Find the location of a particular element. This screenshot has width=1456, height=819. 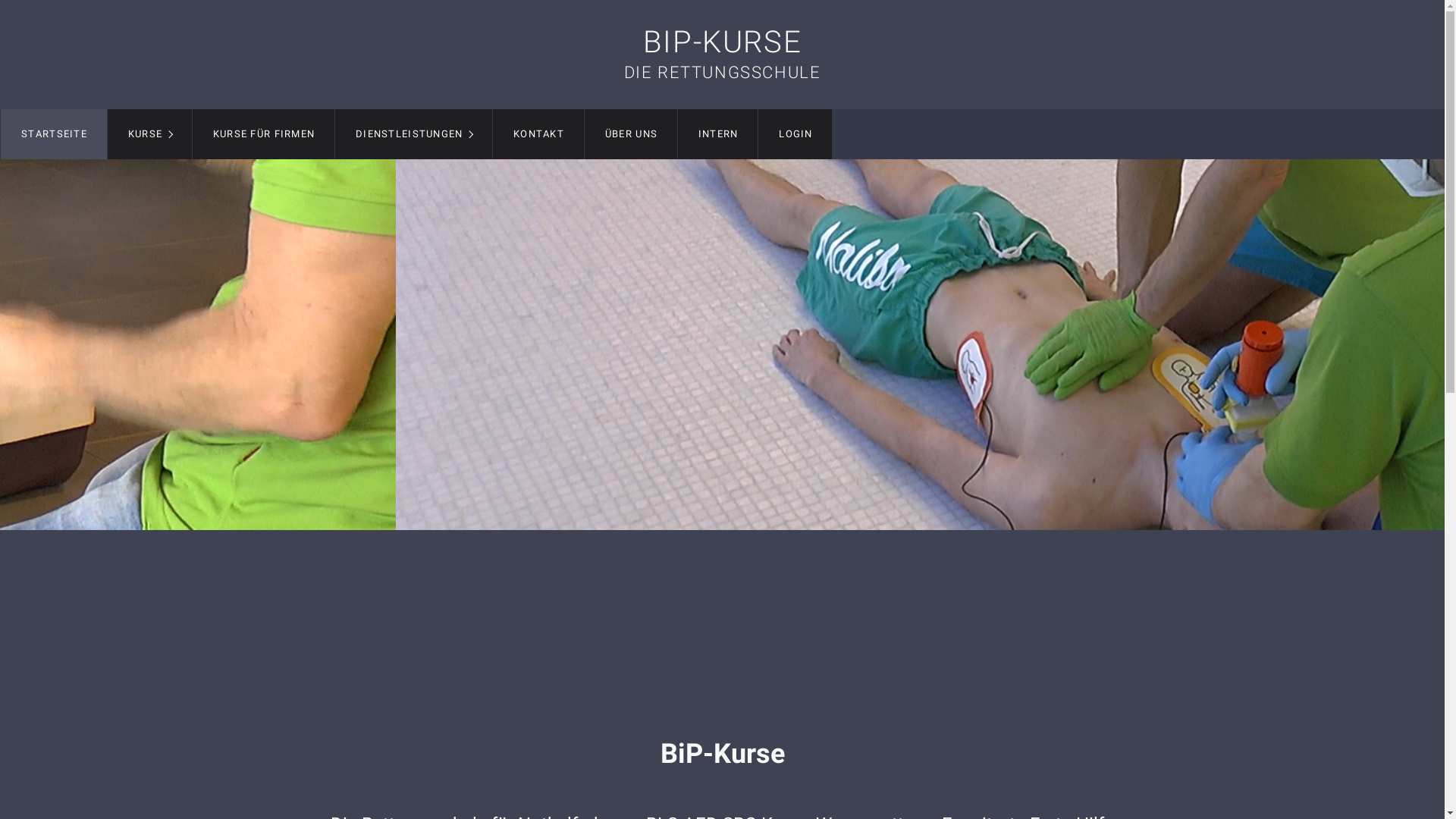

'BIP-KURSE' is located at coordinates (643, 41).